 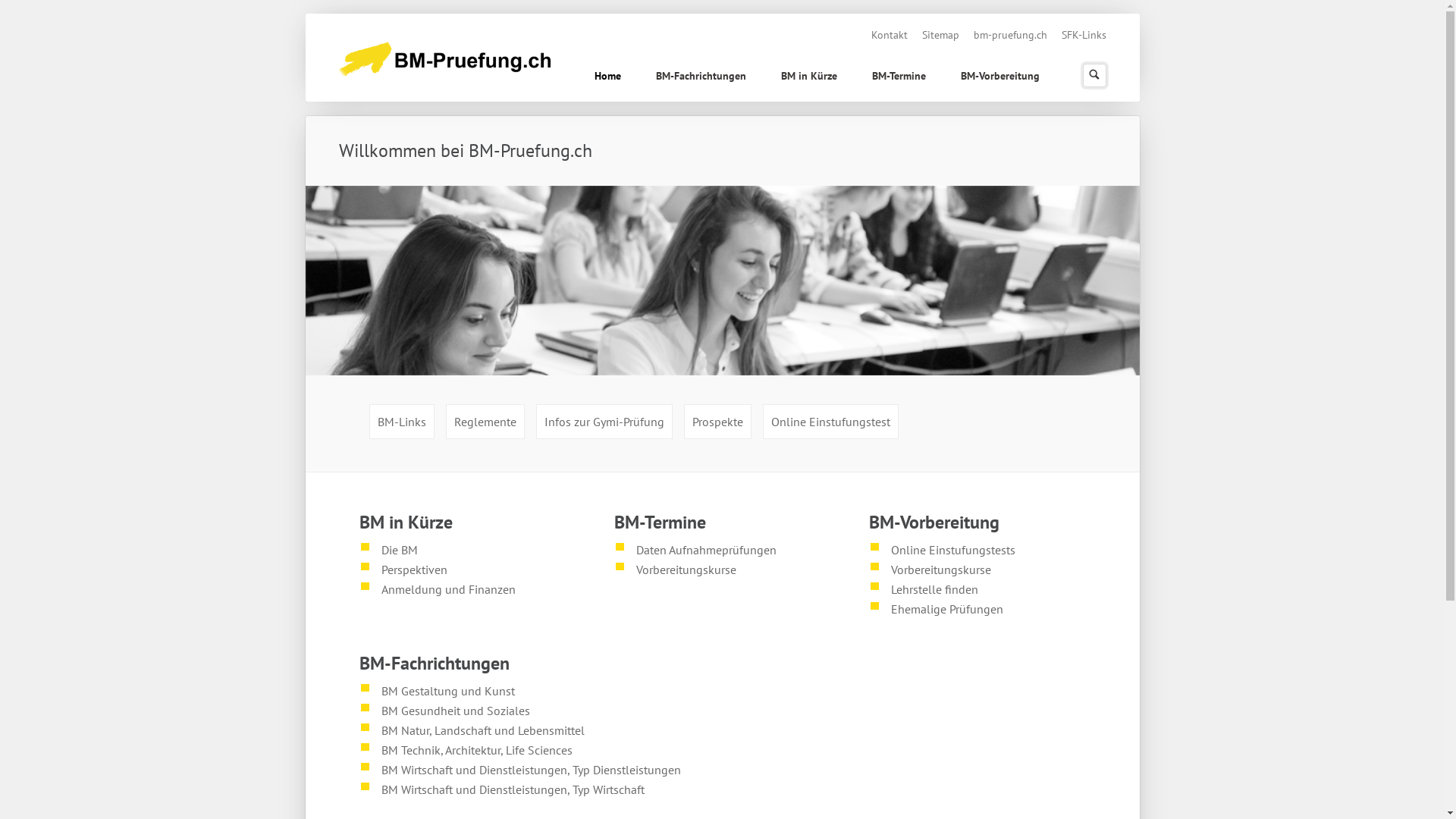 I want to click on 'BM Technik, Architektur, Life Sciences', so click(x=475, y=748).